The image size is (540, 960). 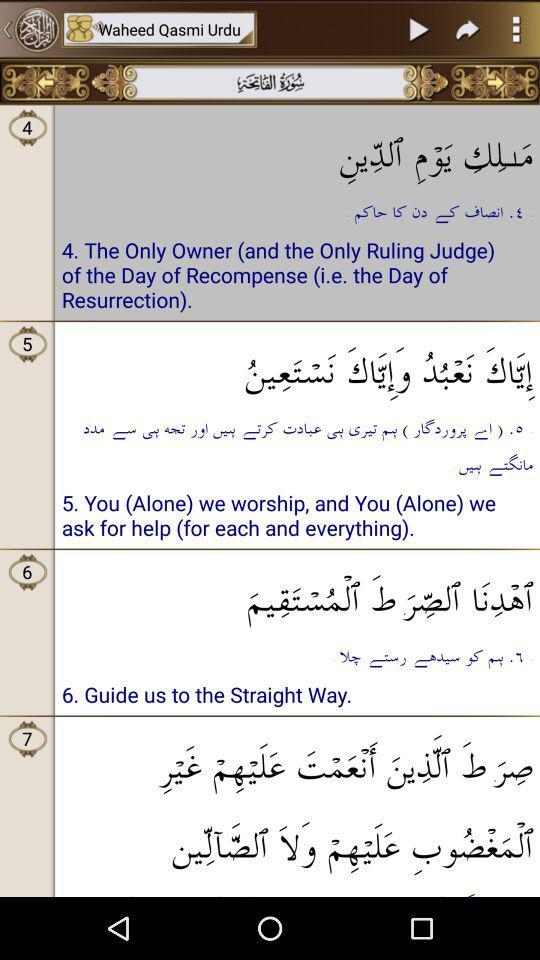 What do you see at coordinates (419, 30) in the screenshot?
I see `the play icon` at bounding box center [419, 30].